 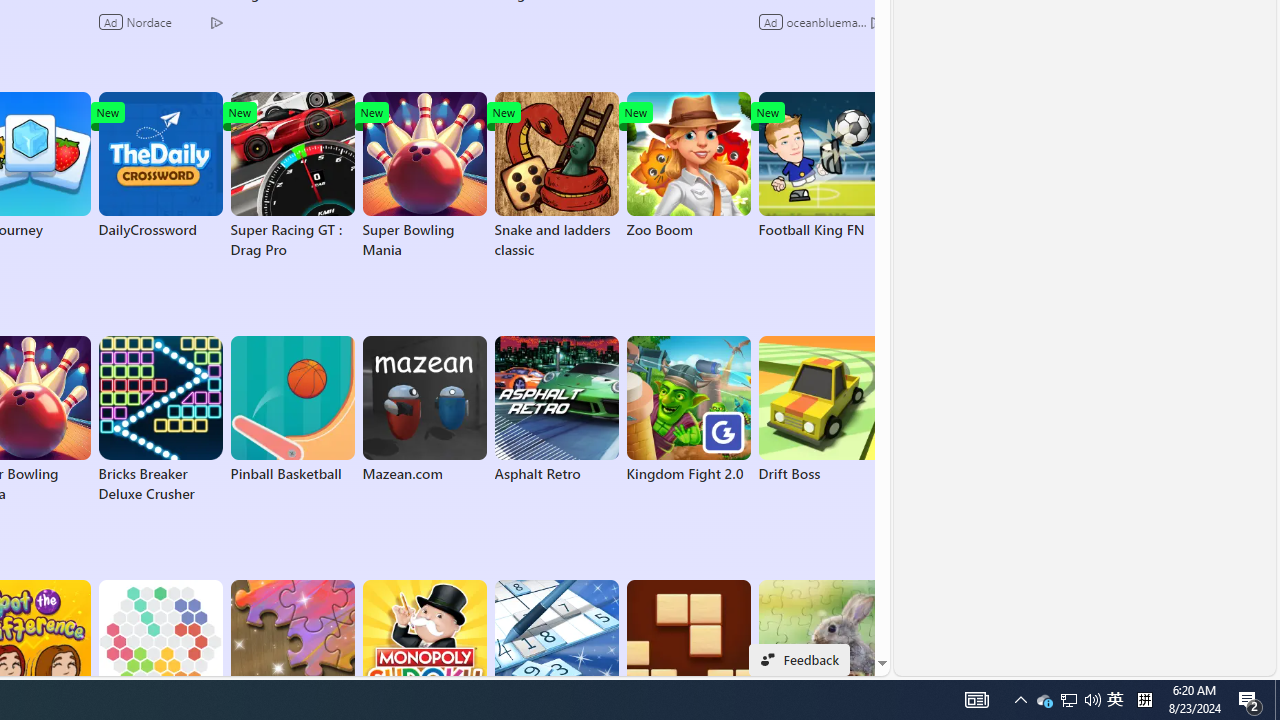 I want to click on 'Super Bowling Mania', so click(x=423, y=175).